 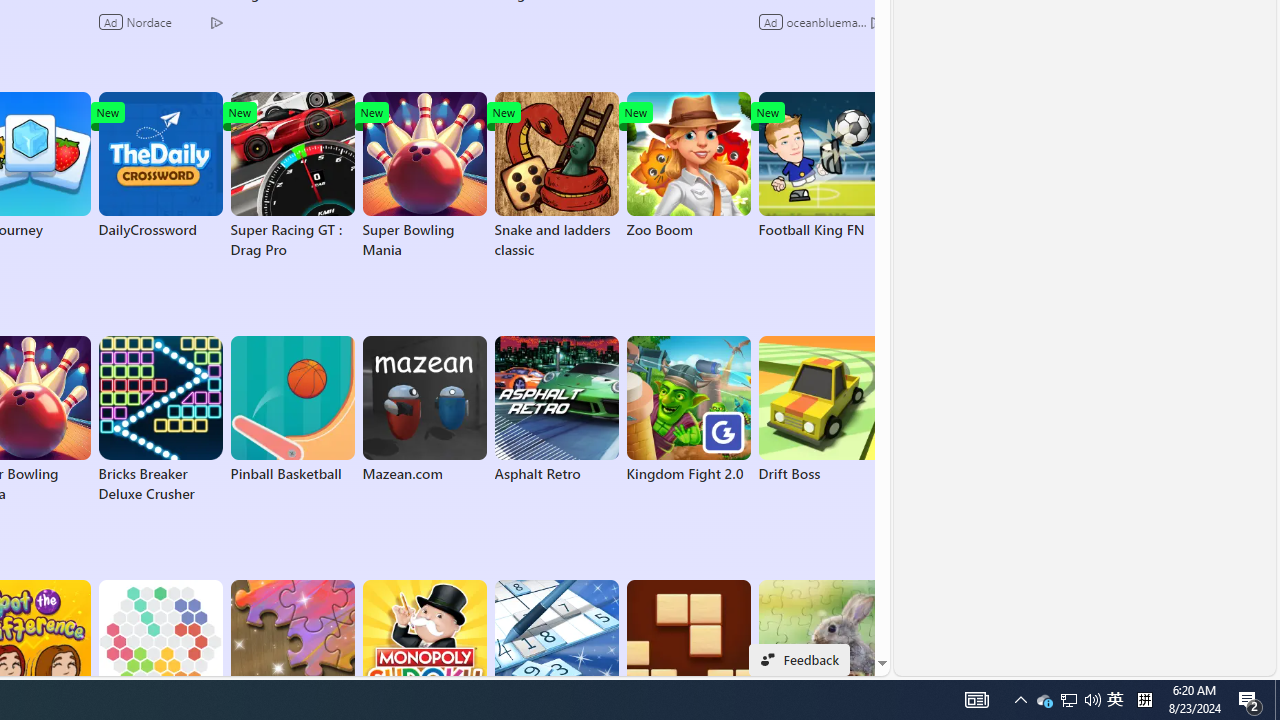 I want to click on 'Super Bowling Mania', so click(x=423, y=175).